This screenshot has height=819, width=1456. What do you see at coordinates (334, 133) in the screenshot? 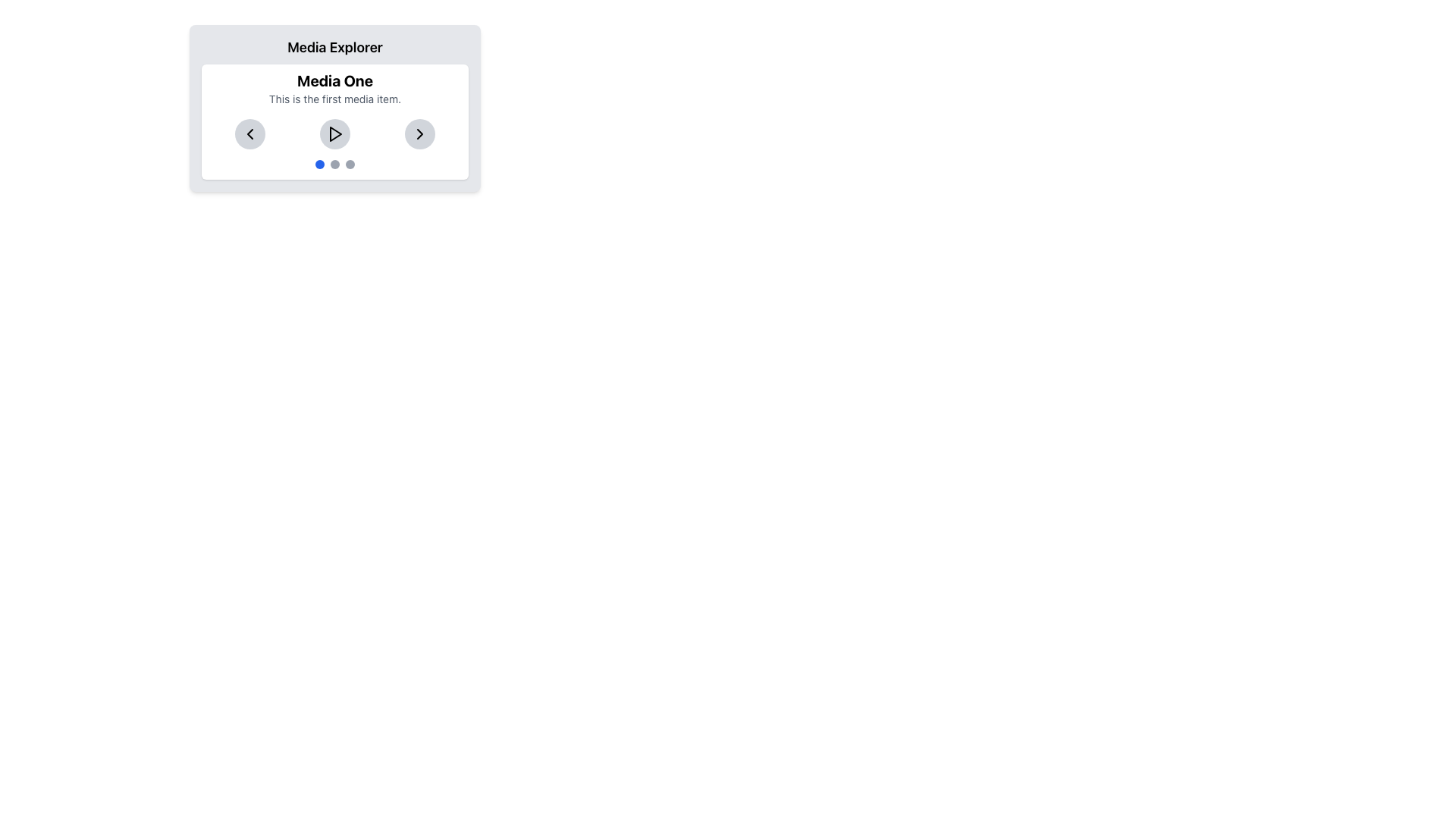
I see `the triangular play icon in the Media Explorer interface` at bounding box center [334, 133].